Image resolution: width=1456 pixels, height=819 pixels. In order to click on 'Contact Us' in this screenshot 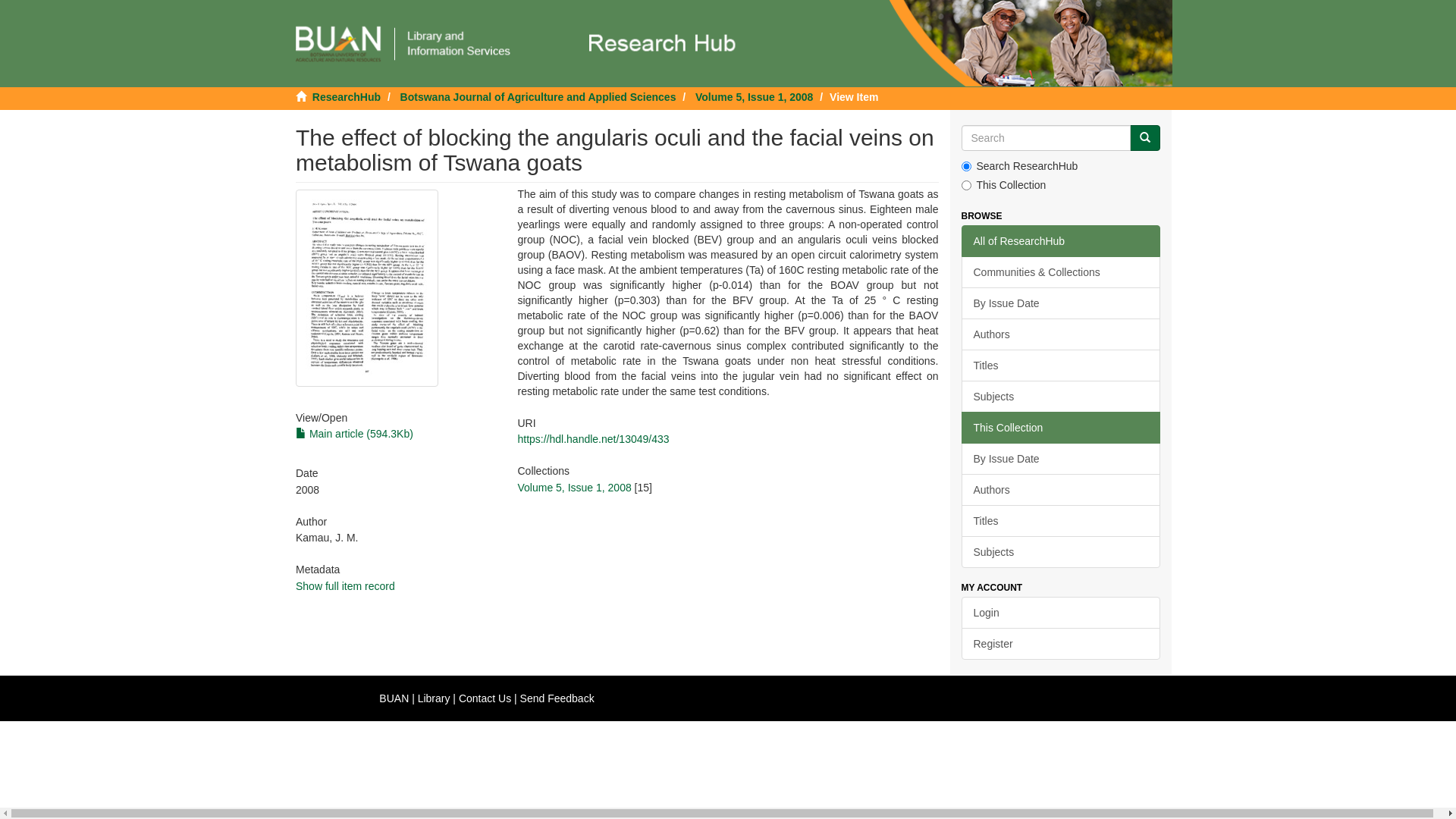, I will do `click(484, 698)`.